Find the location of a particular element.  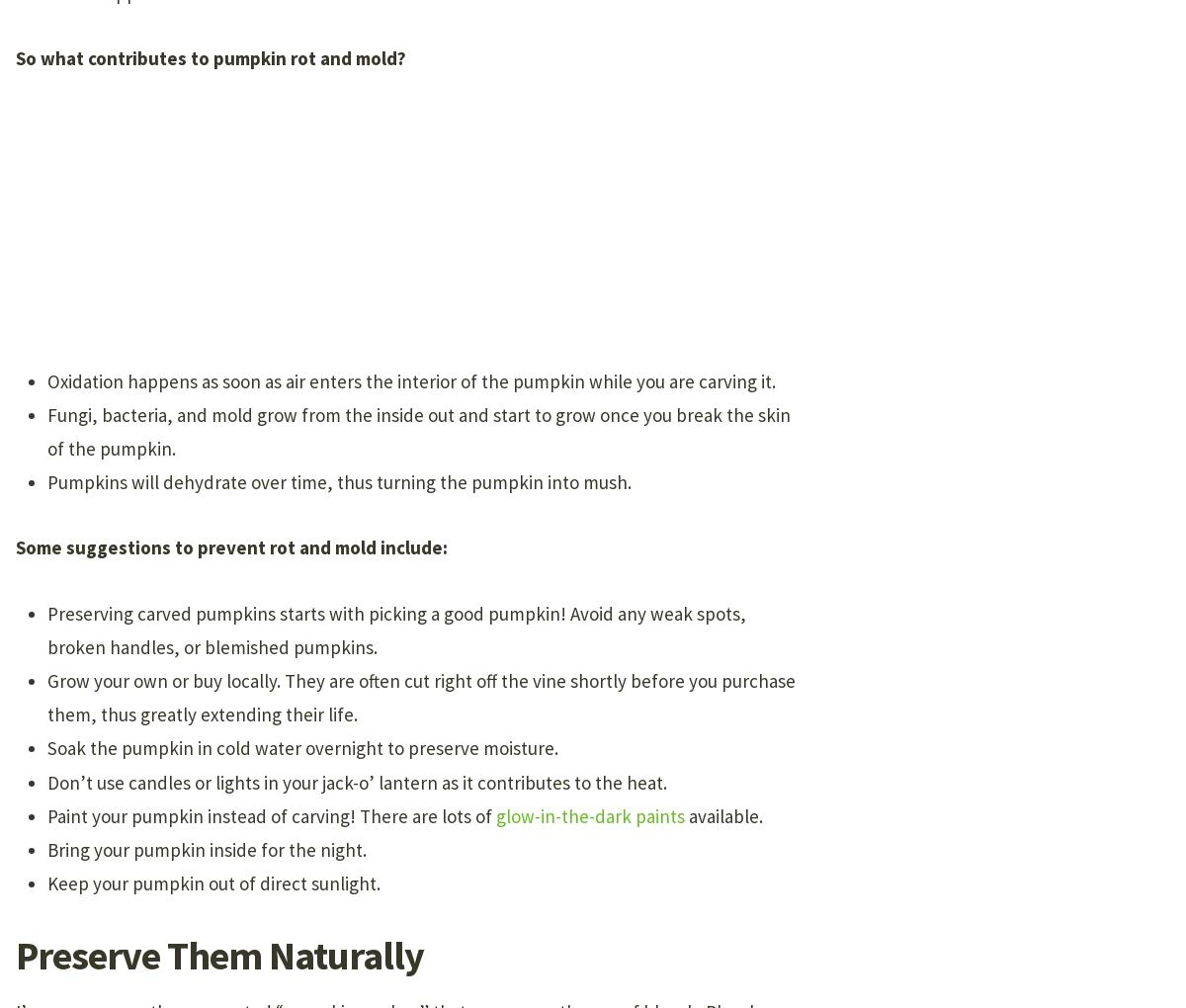

'available.' is located at coordinates (723, 814).